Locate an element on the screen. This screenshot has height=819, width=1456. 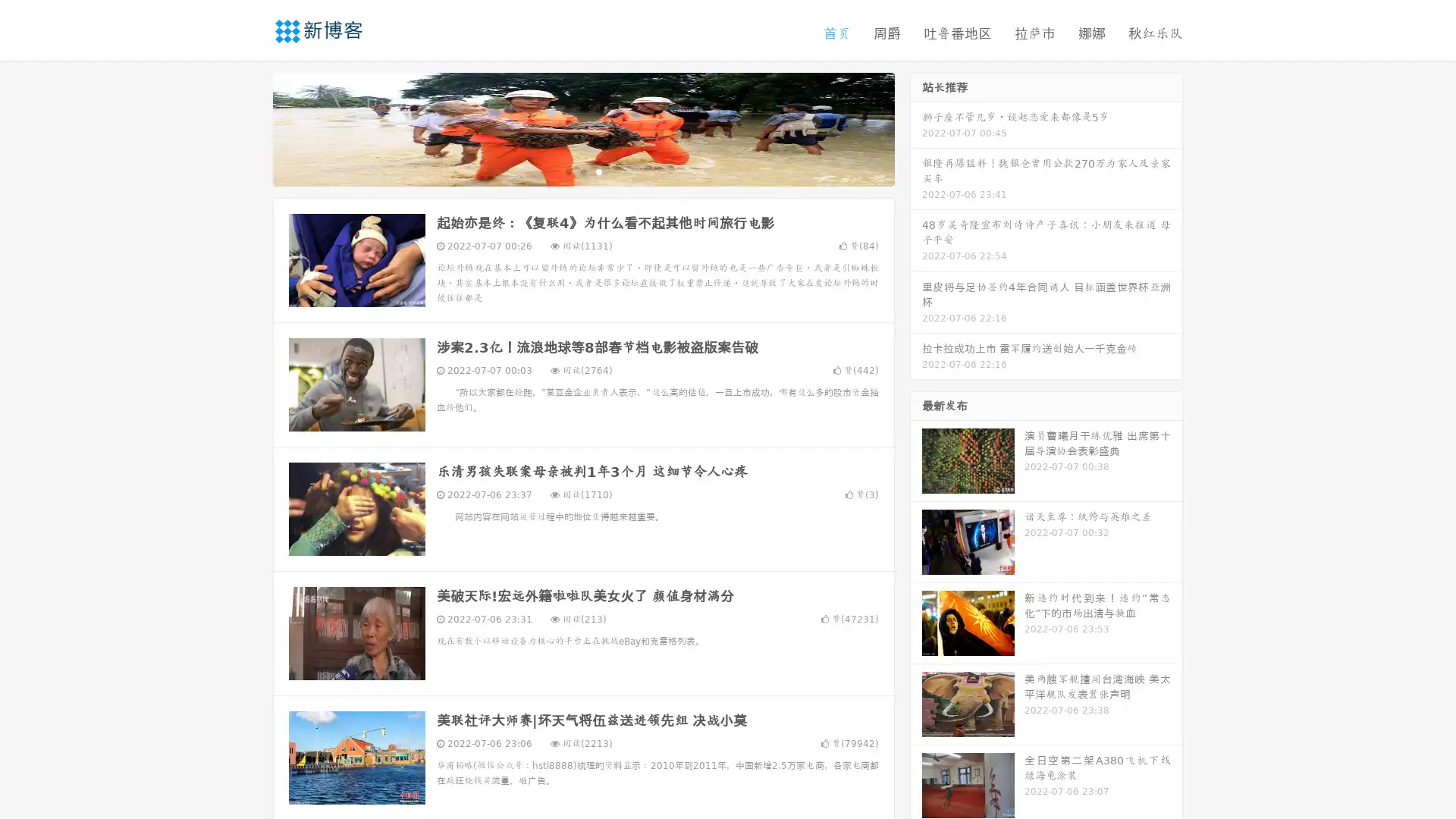
Go to slide 2 is located at coordinates (582, 171).